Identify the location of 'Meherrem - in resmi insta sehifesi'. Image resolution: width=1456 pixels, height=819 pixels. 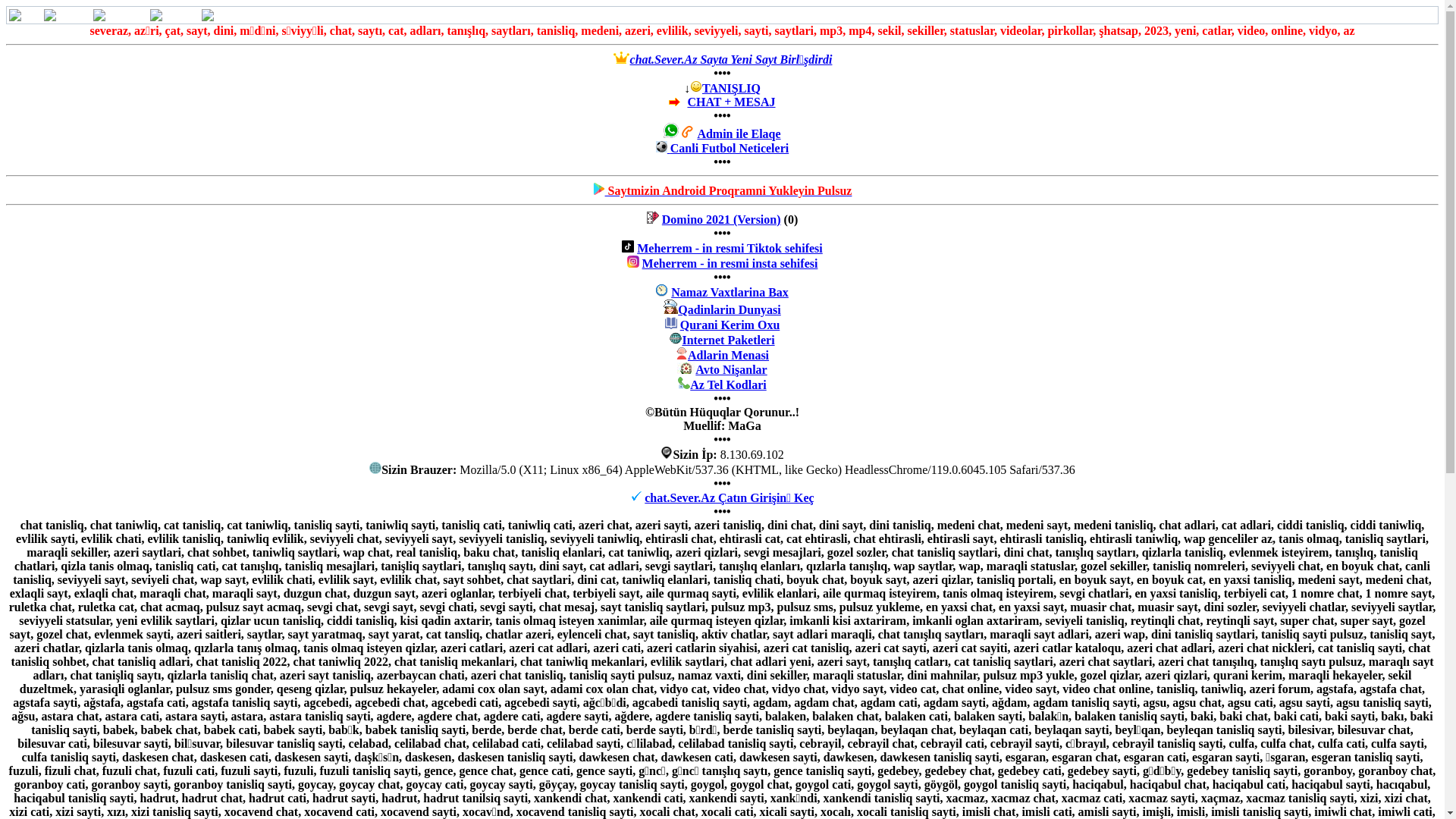
(642, 262).